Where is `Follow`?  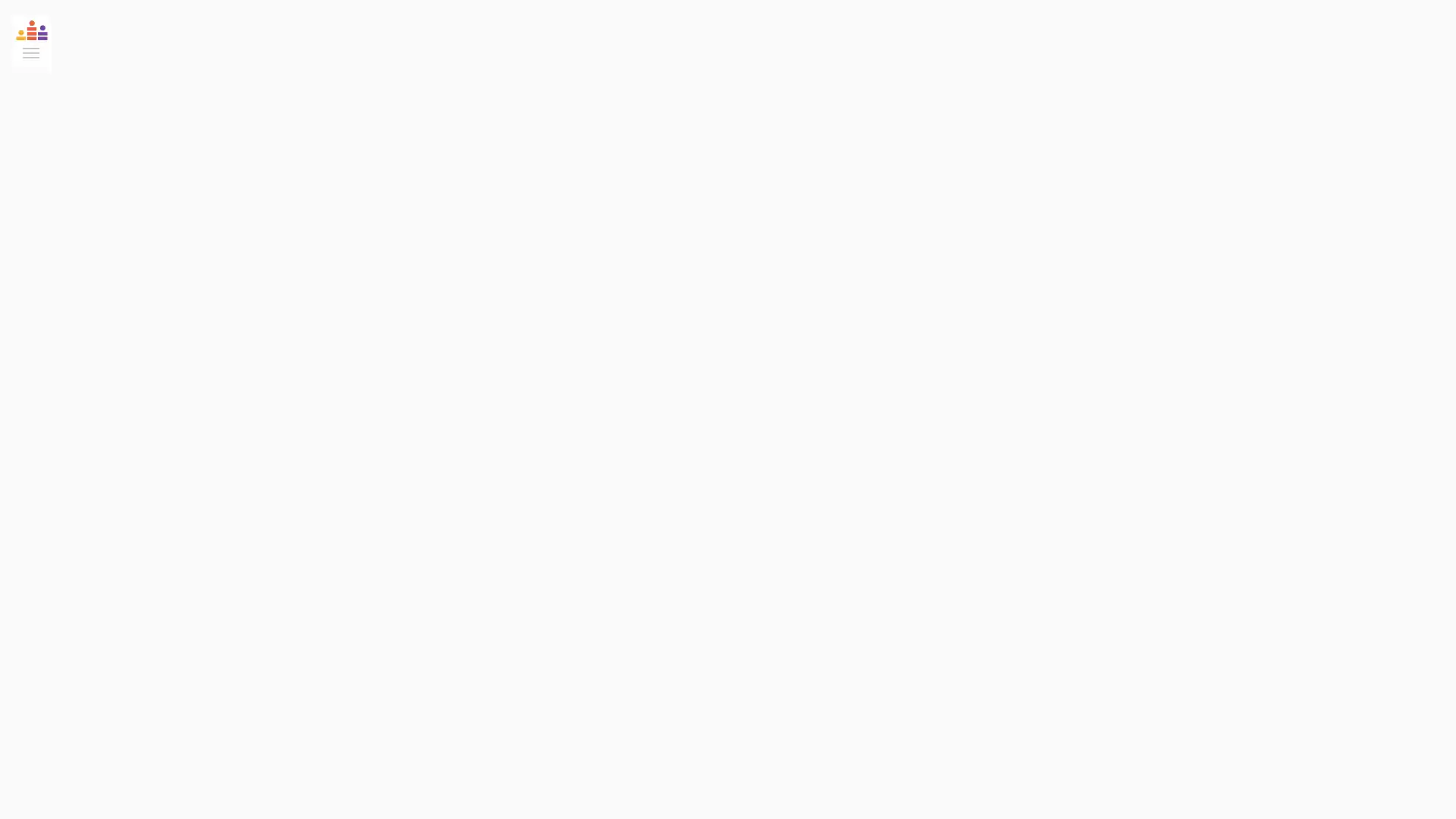 Follow is located at coordinates (1003, 265).